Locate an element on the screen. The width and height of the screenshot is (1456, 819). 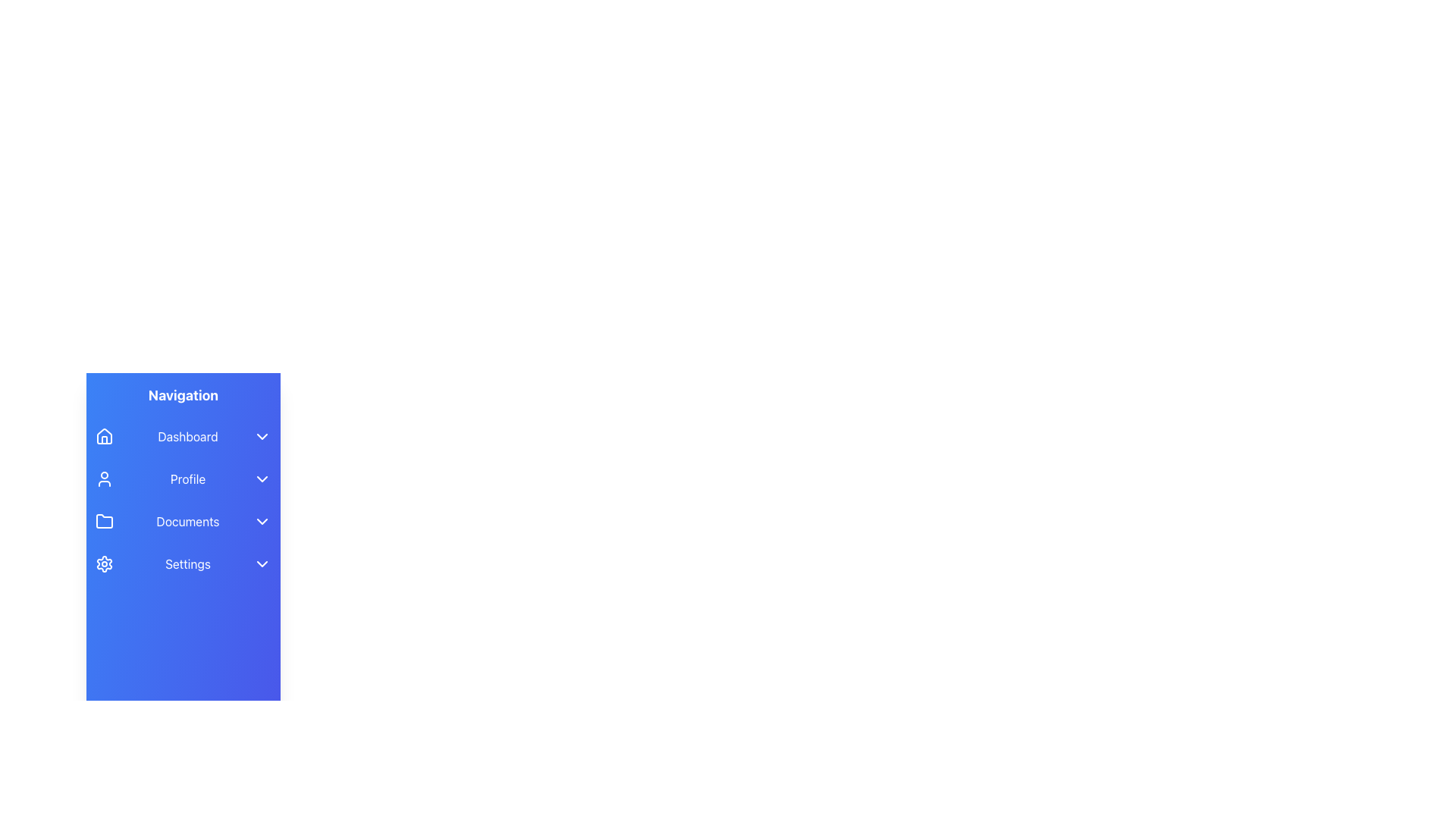
the 'Settings' text label in the sidebar navigation options, which is positioned fourth in the list, between a gear icon and a downward chevron icon is located at coordinates (187, 564).